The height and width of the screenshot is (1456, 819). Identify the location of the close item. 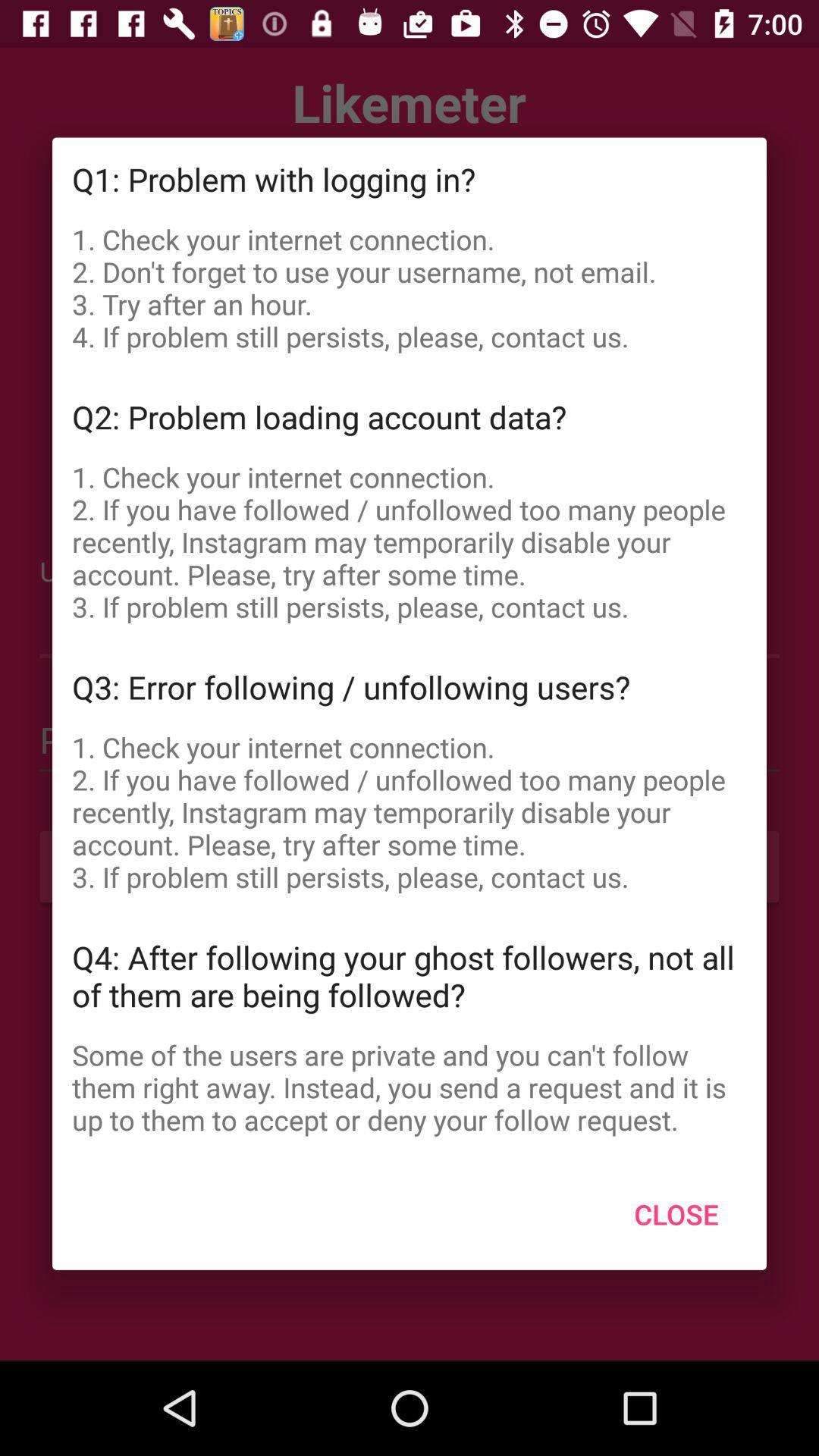
(676, 1214).